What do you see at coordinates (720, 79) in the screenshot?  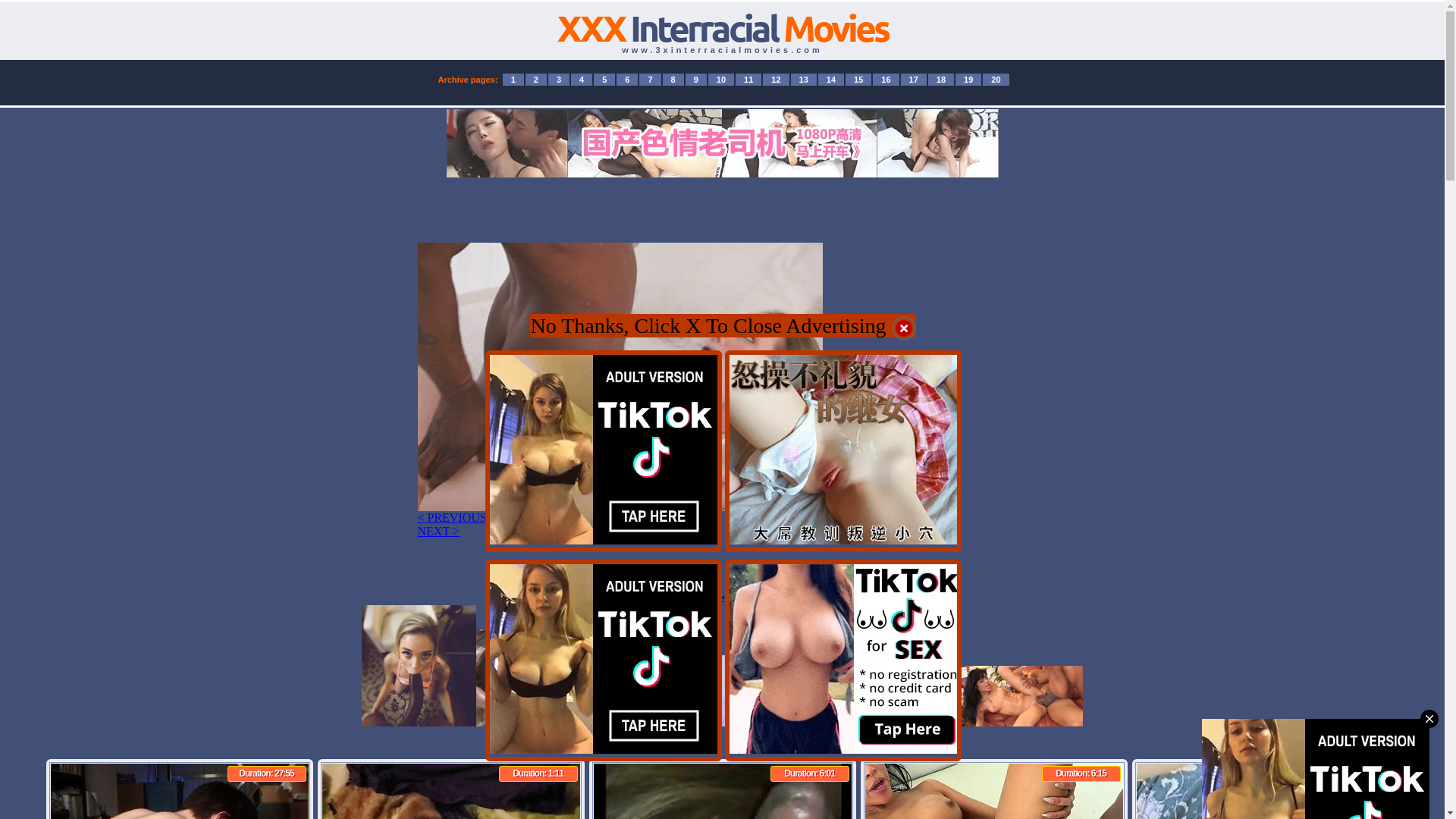 I see `'10'` at bounding box center [720, 79].